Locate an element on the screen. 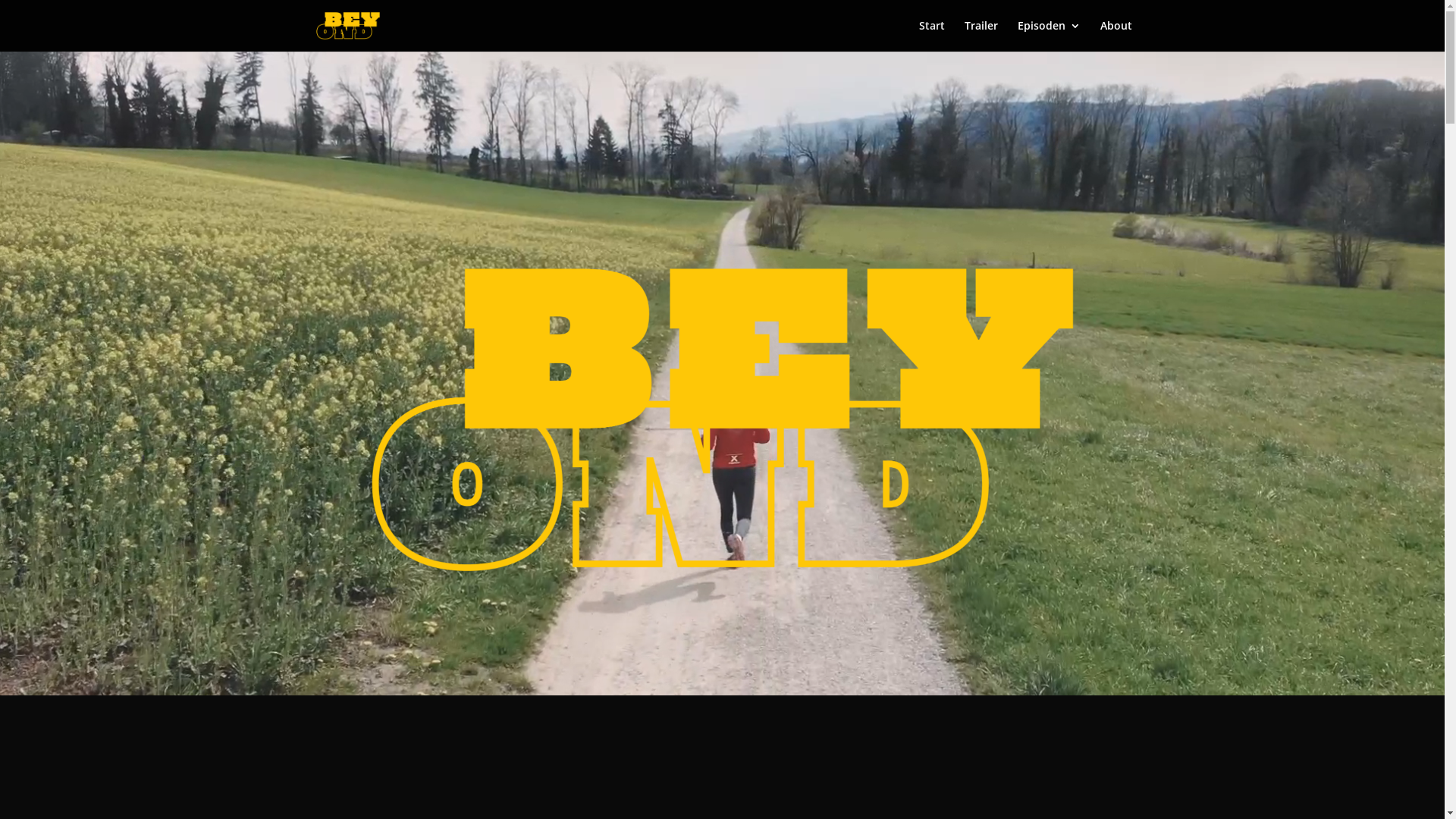  'Start' is located at coordinates (930, 35).